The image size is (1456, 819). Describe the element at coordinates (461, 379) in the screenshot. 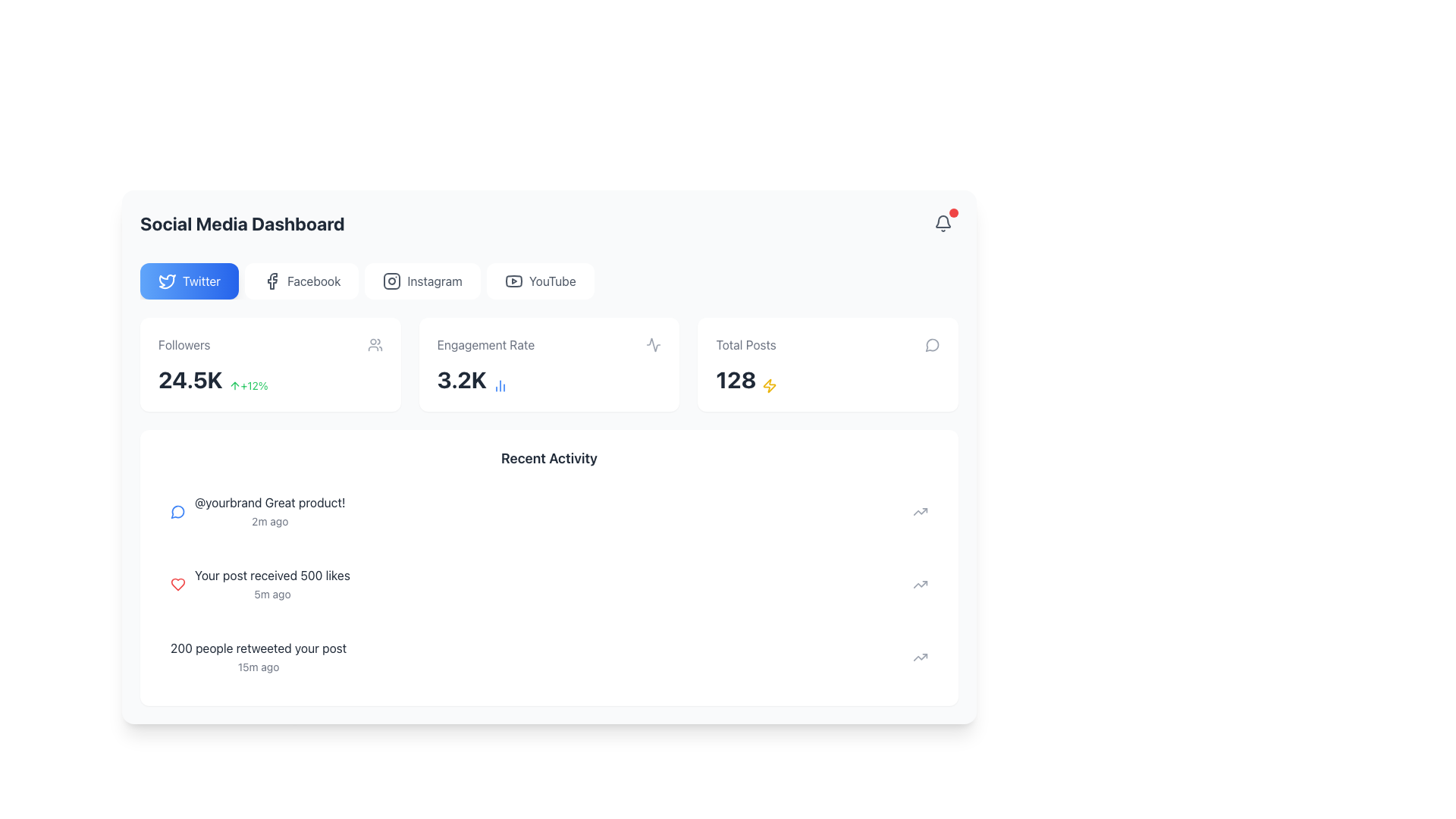

I see `the 'Engagement Rate' text label, which displays the numerical value of engagements in thousands and is located in the middle card of three cards on the dashboard` at that location.